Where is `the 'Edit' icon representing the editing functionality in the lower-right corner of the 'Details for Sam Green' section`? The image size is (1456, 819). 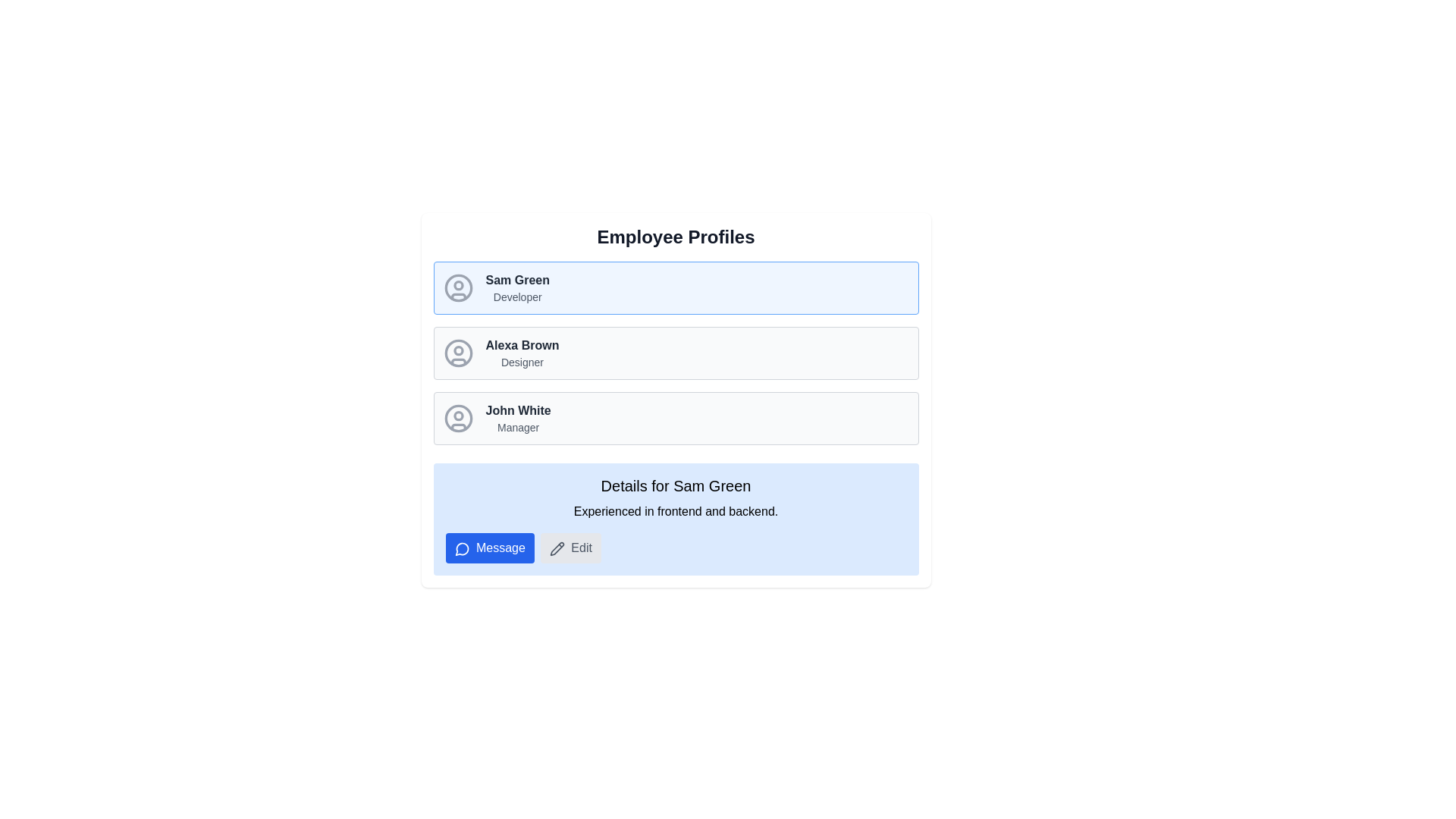 the 'Edit' icon representing the editing functionality in the lower-right corner of the 'Details for Sam Green' section is located at coordinates (556, 548).